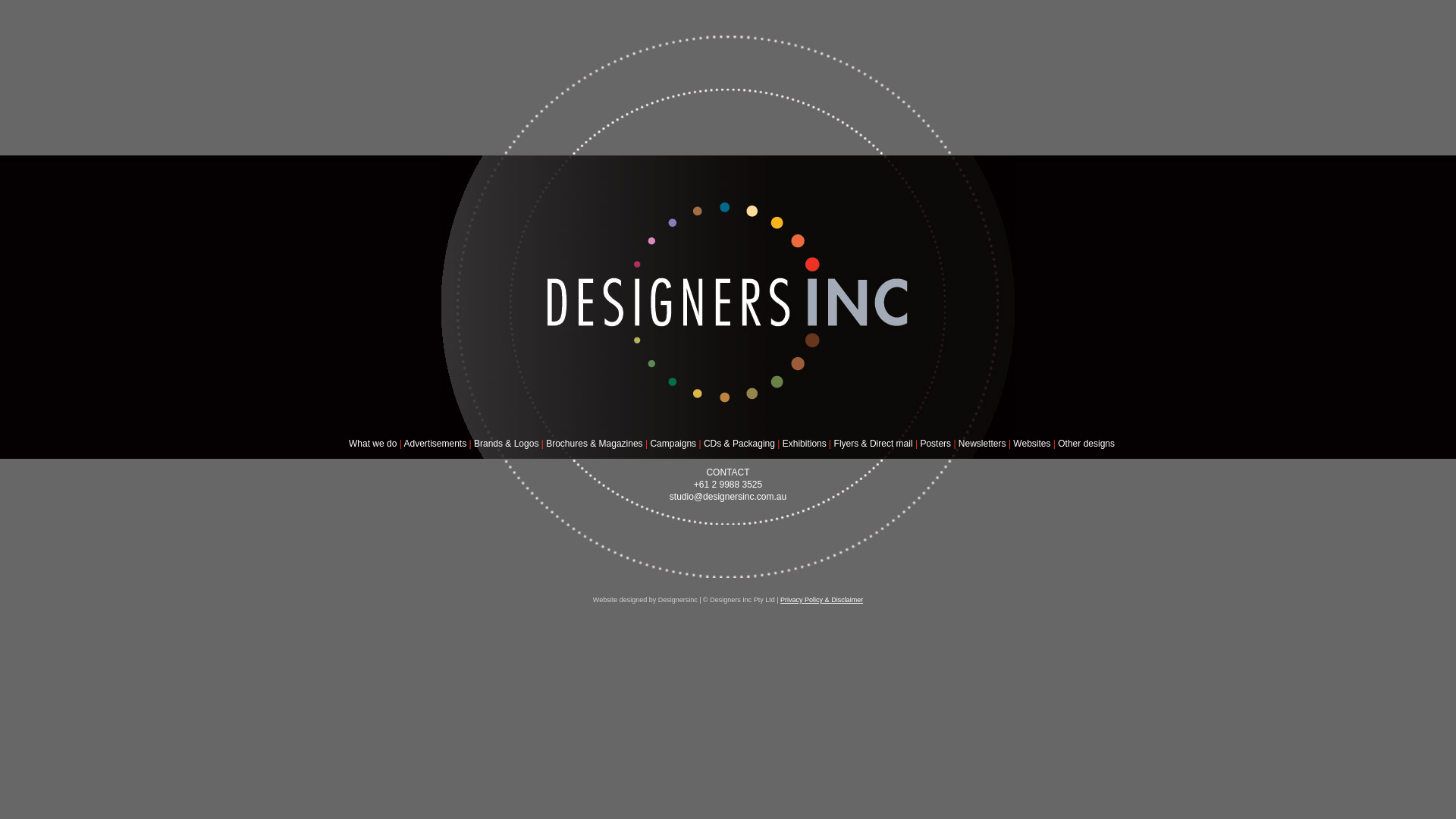  I want to click on 'Posters', so click(919, 444).